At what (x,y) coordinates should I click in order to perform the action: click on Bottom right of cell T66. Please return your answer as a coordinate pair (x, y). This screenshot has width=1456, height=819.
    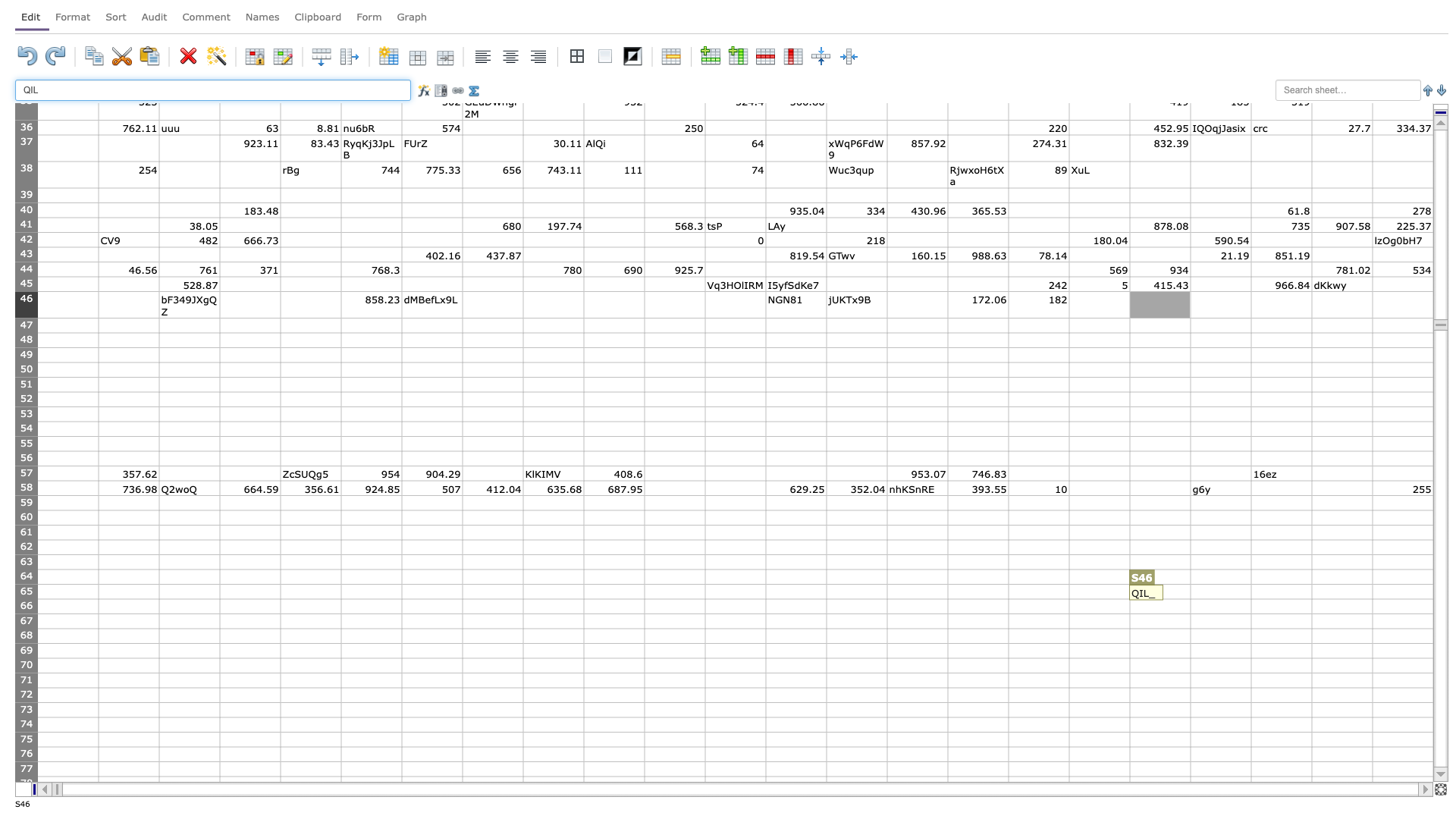
    Looking at the image, I should click on (1251, 613).